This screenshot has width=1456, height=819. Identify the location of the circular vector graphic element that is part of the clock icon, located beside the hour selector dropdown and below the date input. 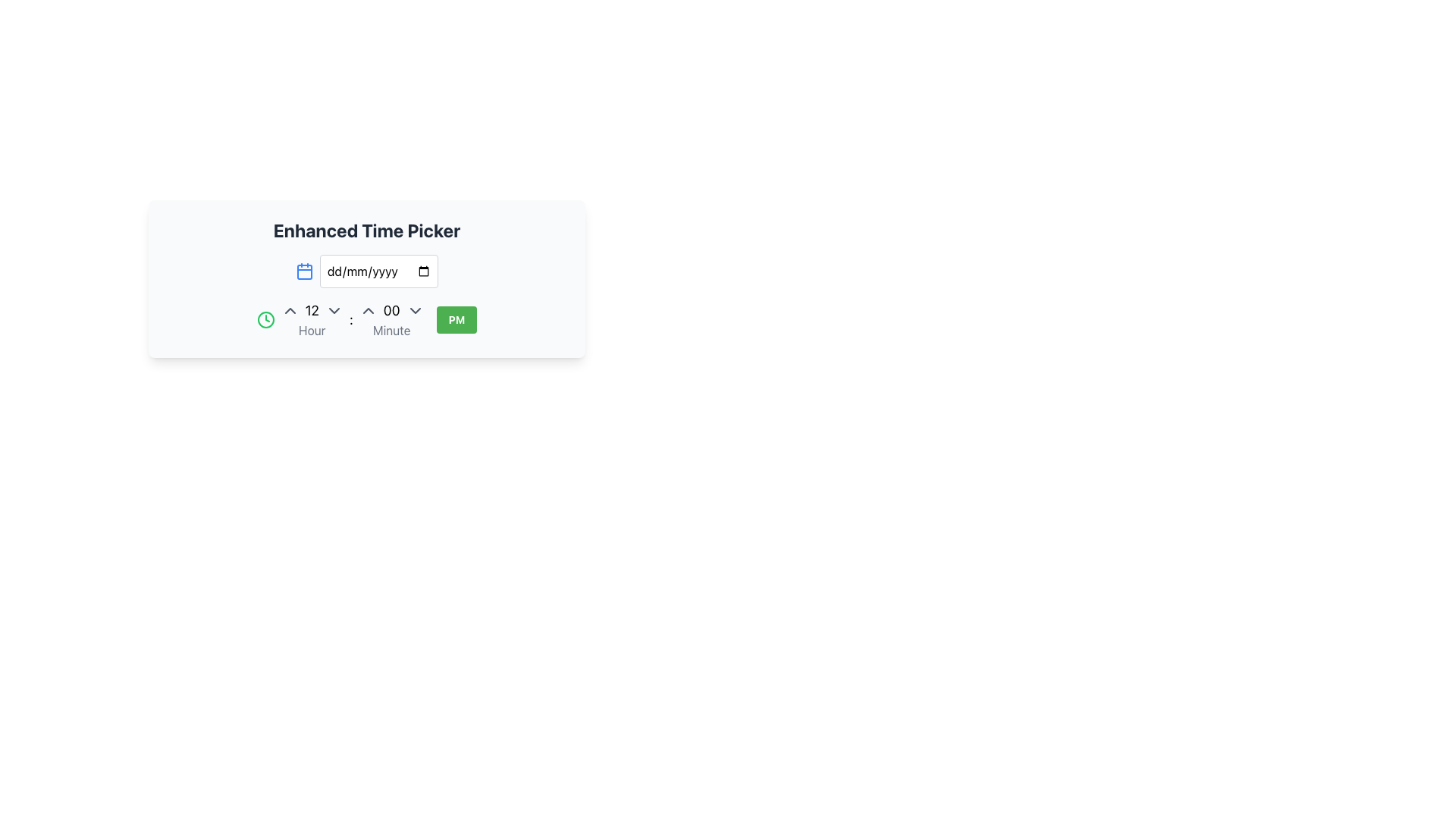
(265, 318).